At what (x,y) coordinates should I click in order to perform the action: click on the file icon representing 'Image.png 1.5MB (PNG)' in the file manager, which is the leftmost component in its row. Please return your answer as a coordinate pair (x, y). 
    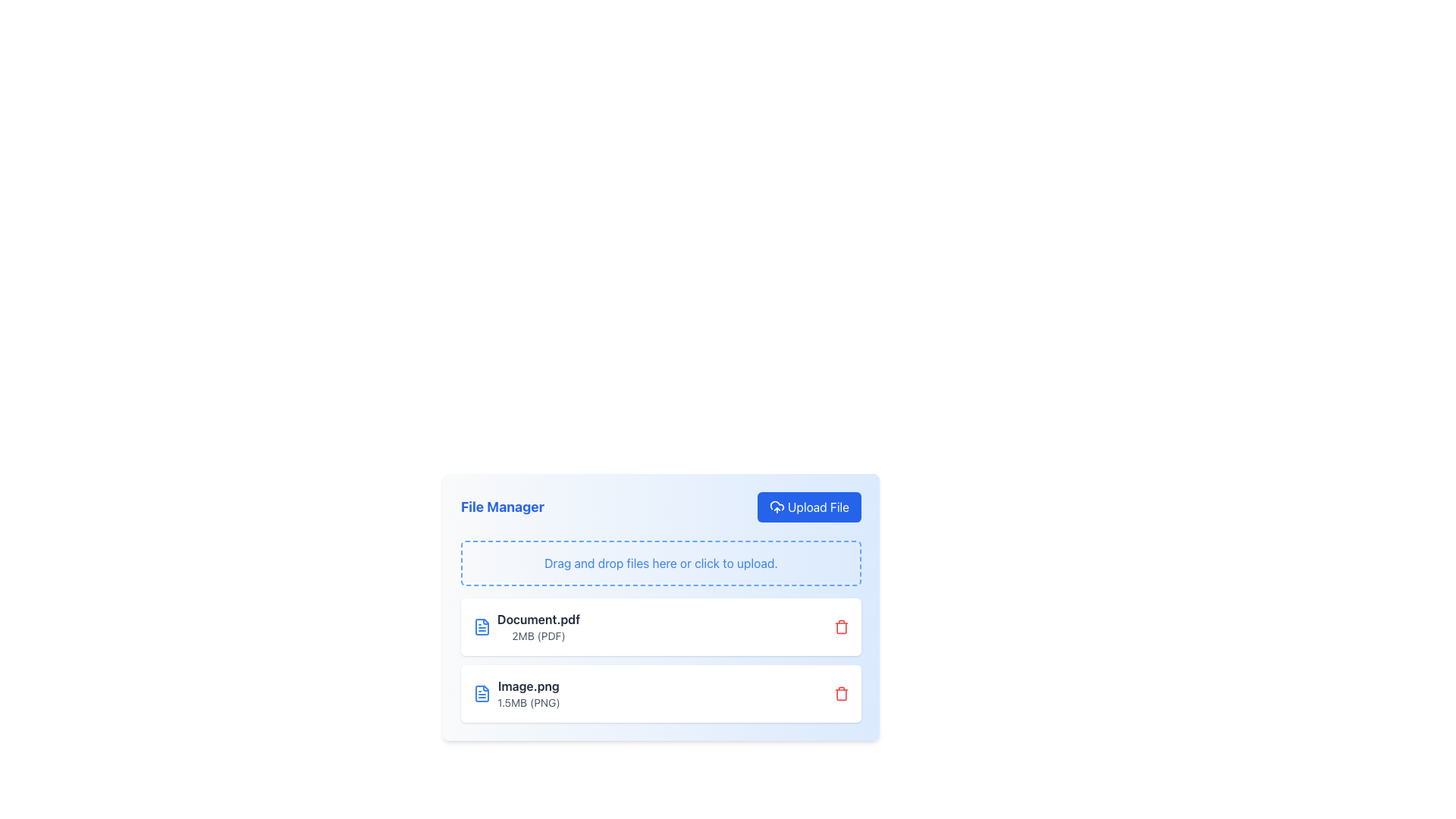
    Looking at the image, I should click on (481, 693).